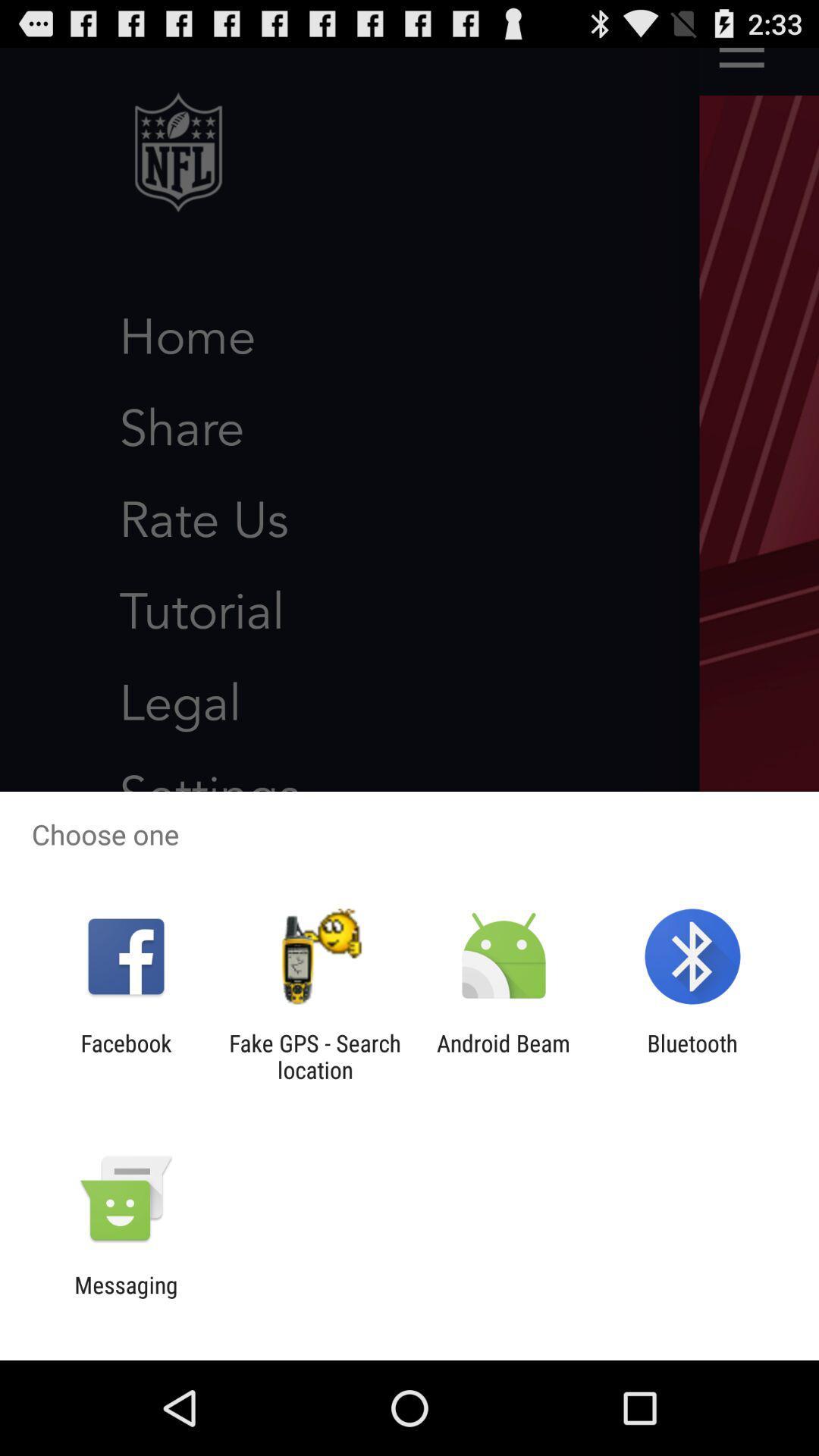  What do you see at coordinates (125, 1056) in the screenshot?
I see `facebook` at bounding box center [125, 1056].